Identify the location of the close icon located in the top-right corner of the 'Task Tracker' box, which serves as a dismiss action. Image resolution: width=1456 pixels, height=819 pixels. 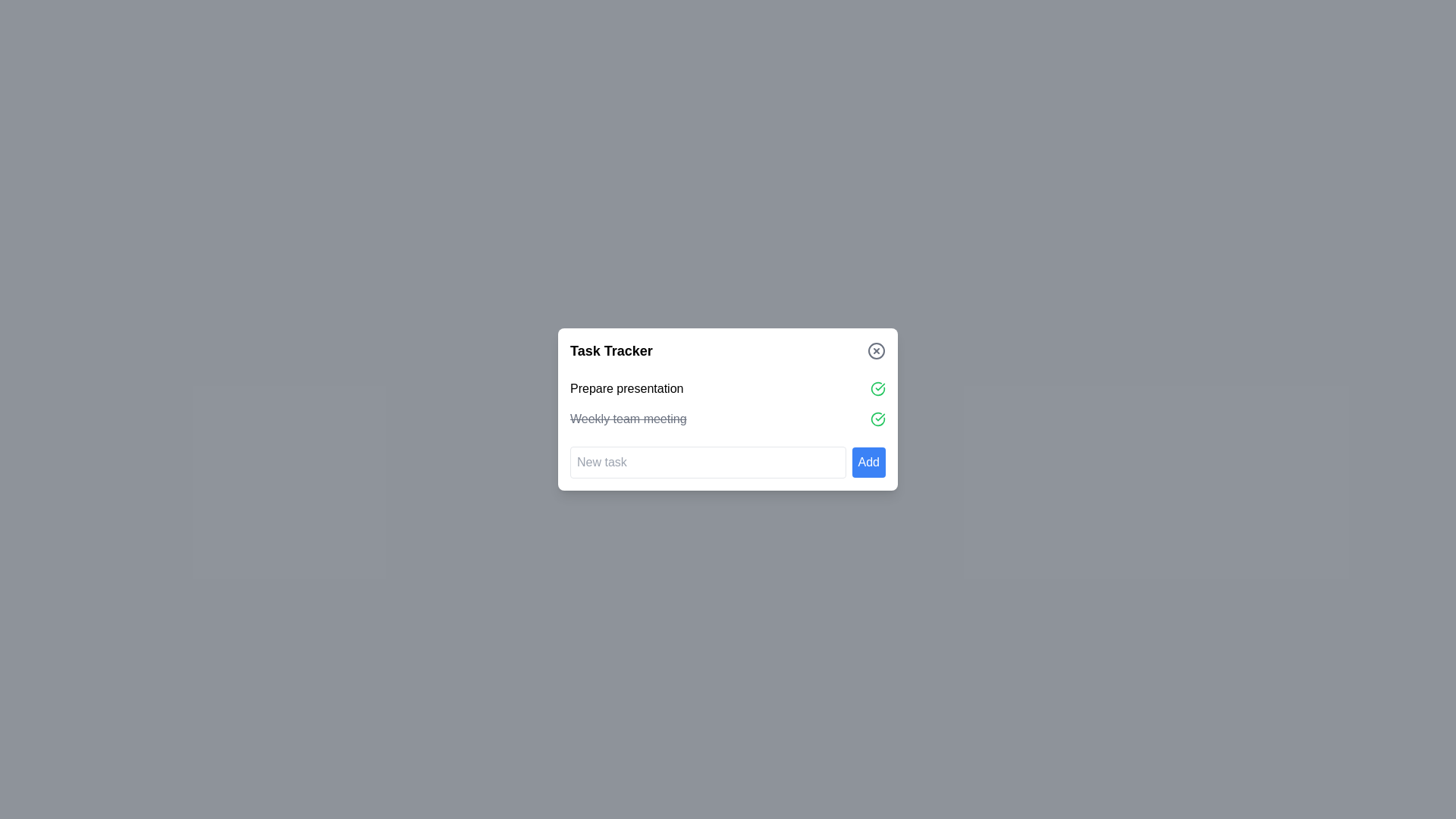
(877, 350).